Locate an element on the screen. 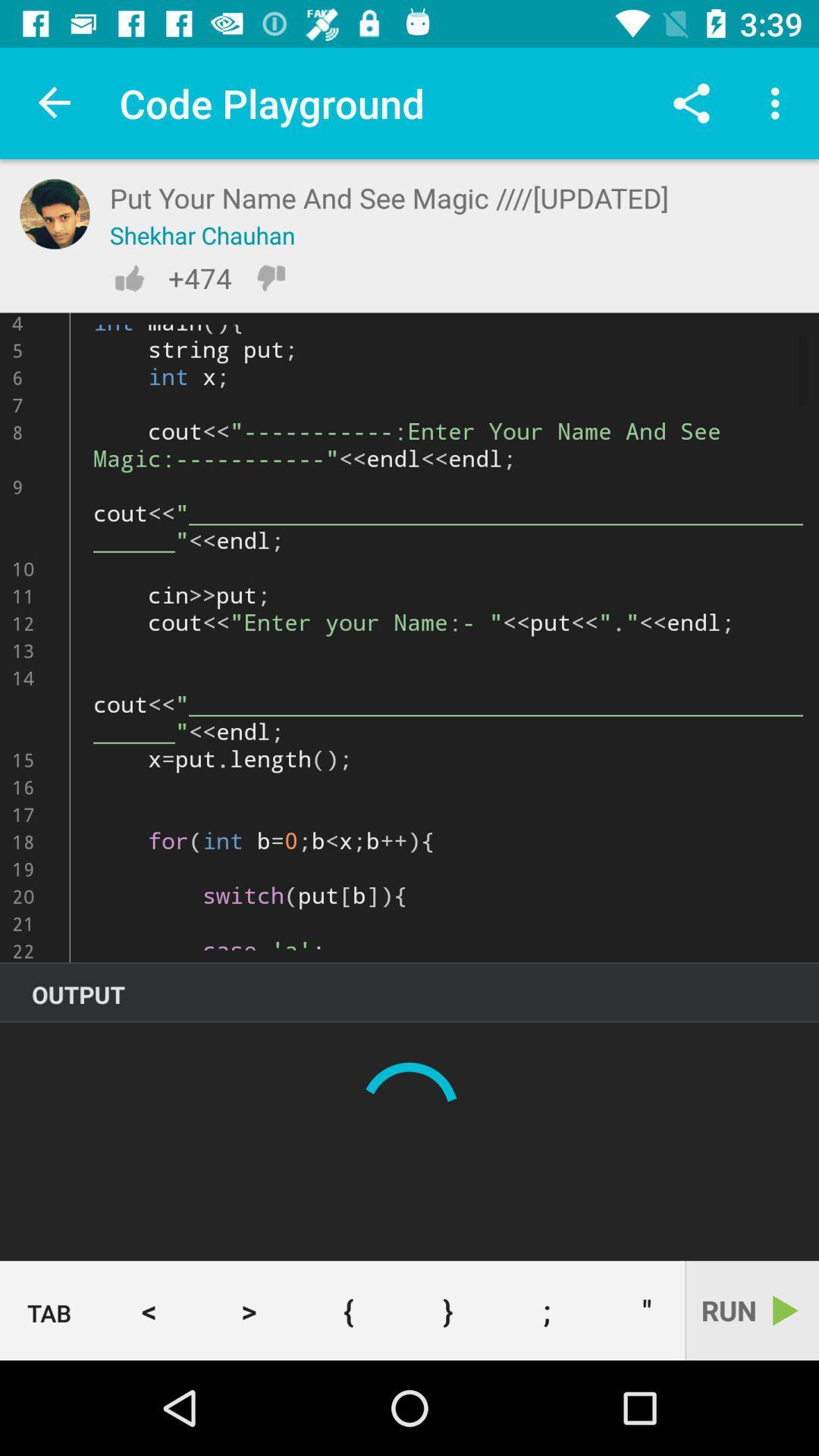  the thumbs_down icon is located at coordinates (270, 278).